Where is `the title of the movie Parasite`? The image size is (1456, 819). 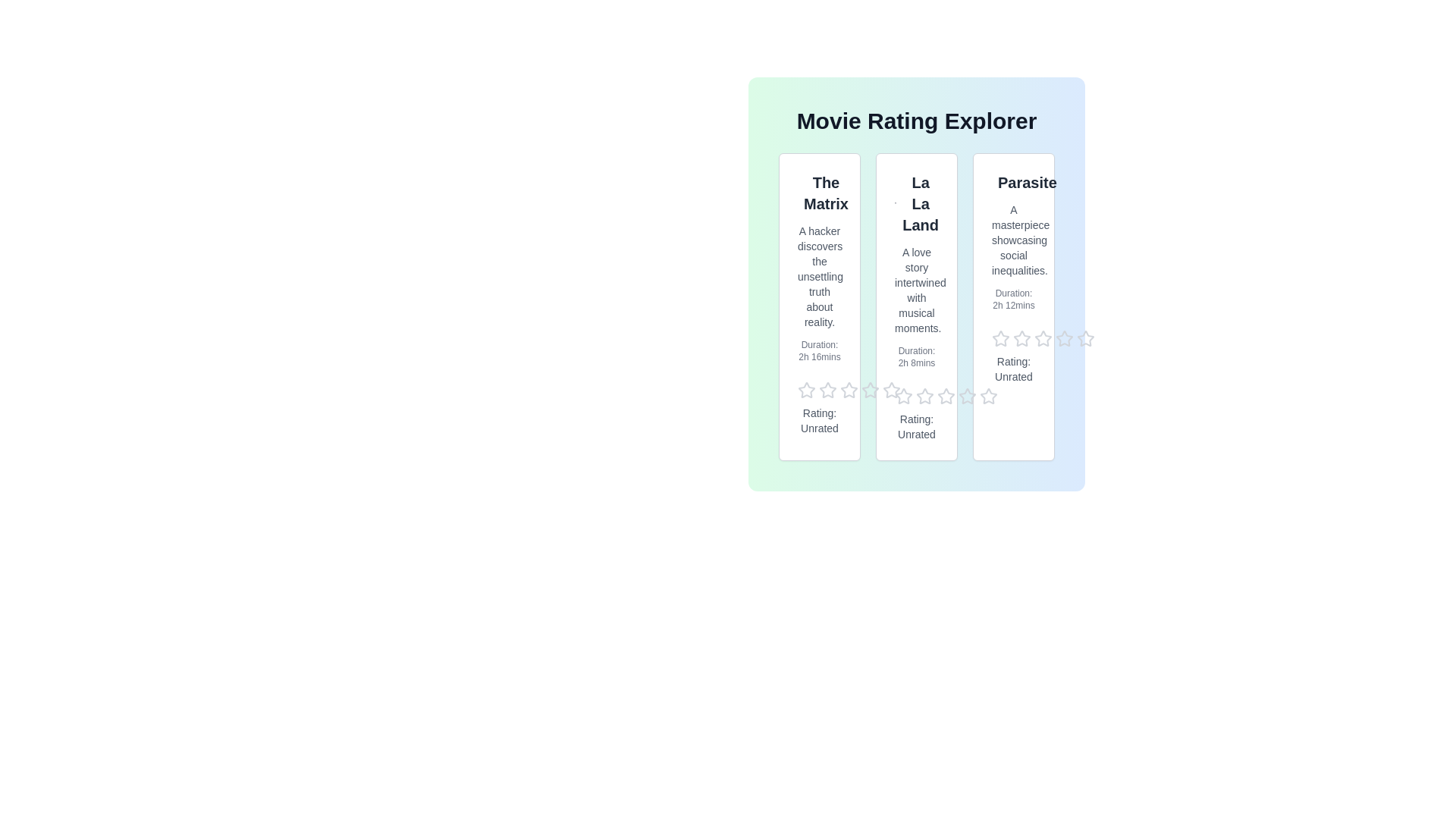
the title of the movie Parasite is located at coordinates (1014, 181).